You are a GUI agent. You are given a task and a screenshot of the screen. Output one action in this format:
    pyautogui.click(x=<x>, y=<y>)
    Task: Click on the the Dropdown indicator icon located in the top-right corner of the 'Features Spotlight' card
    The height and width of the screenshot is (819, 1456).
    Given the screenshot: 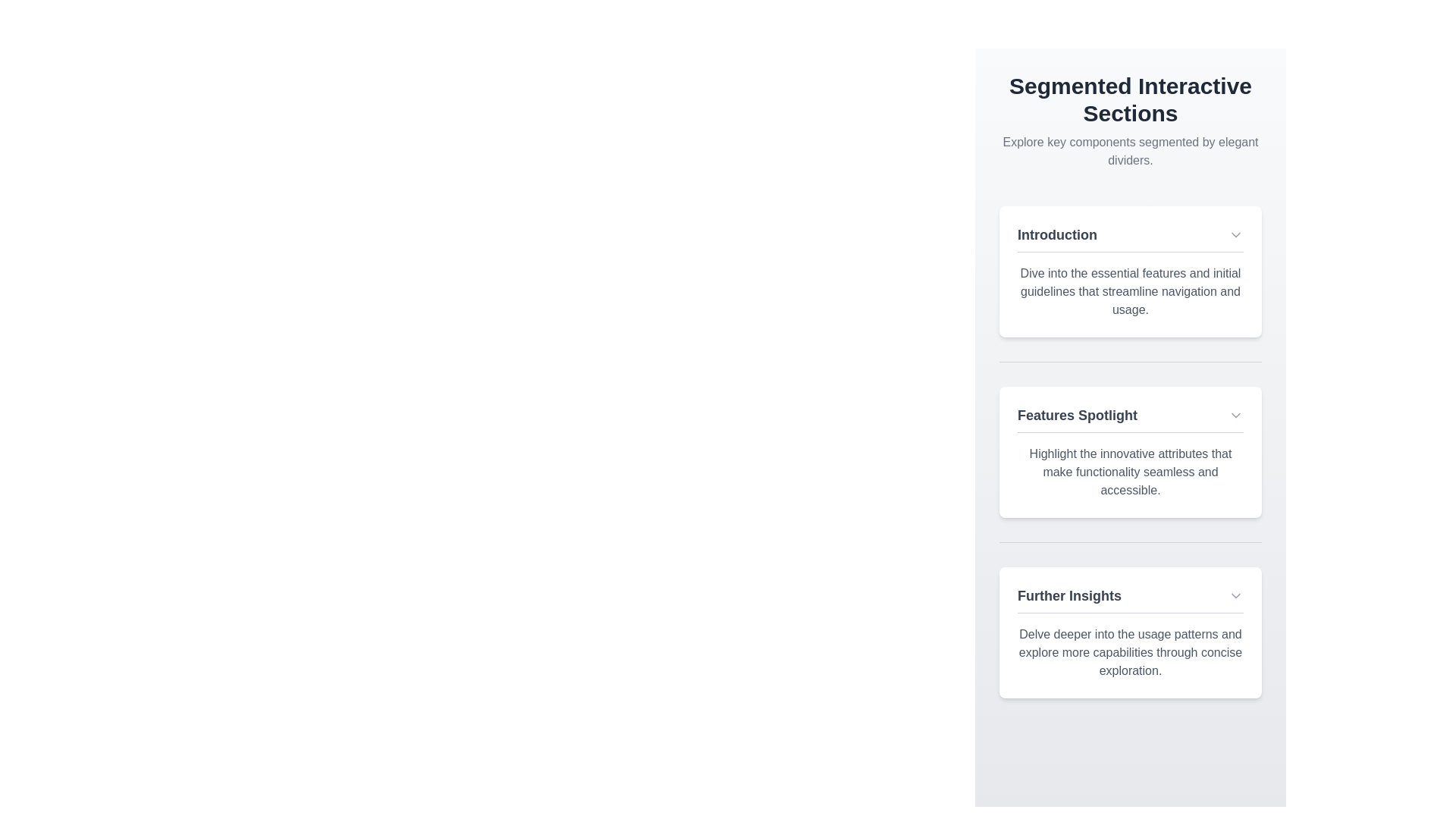 What is the action you would take?
    pyautogui.click(x=1236, y=415)
    